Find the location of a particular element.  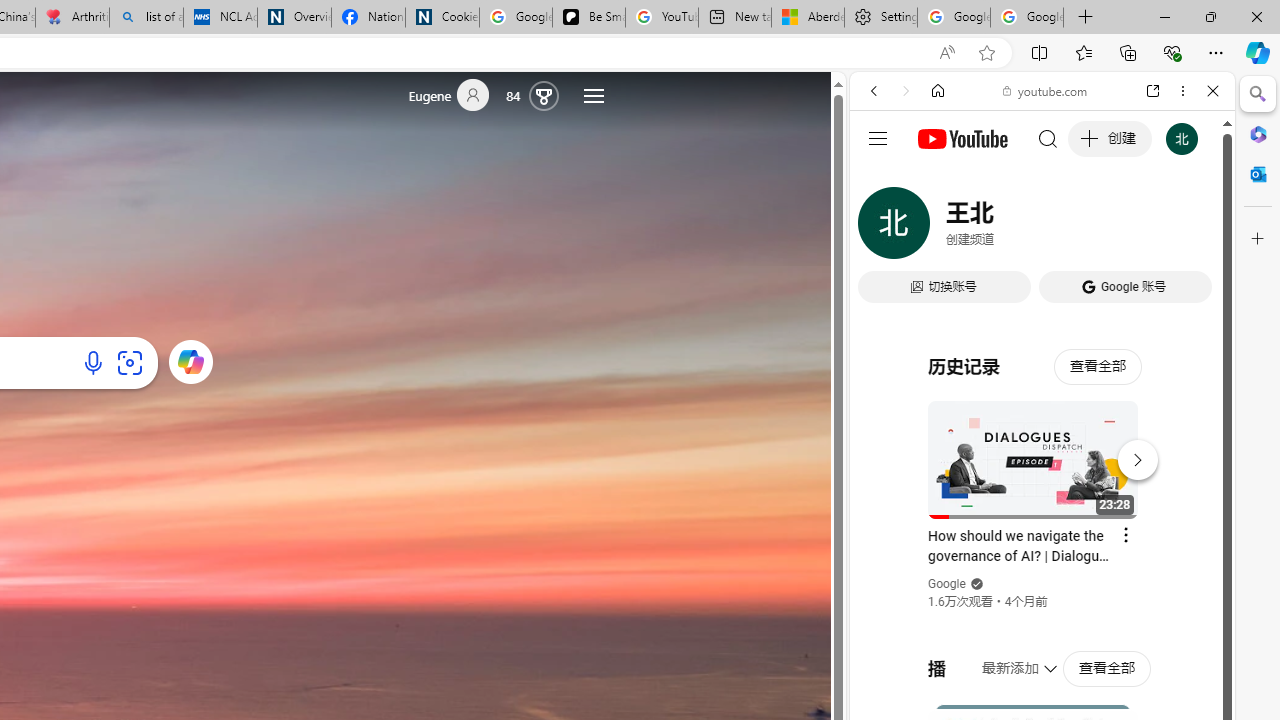

'Cookies' is located at coordinates (441, 17).